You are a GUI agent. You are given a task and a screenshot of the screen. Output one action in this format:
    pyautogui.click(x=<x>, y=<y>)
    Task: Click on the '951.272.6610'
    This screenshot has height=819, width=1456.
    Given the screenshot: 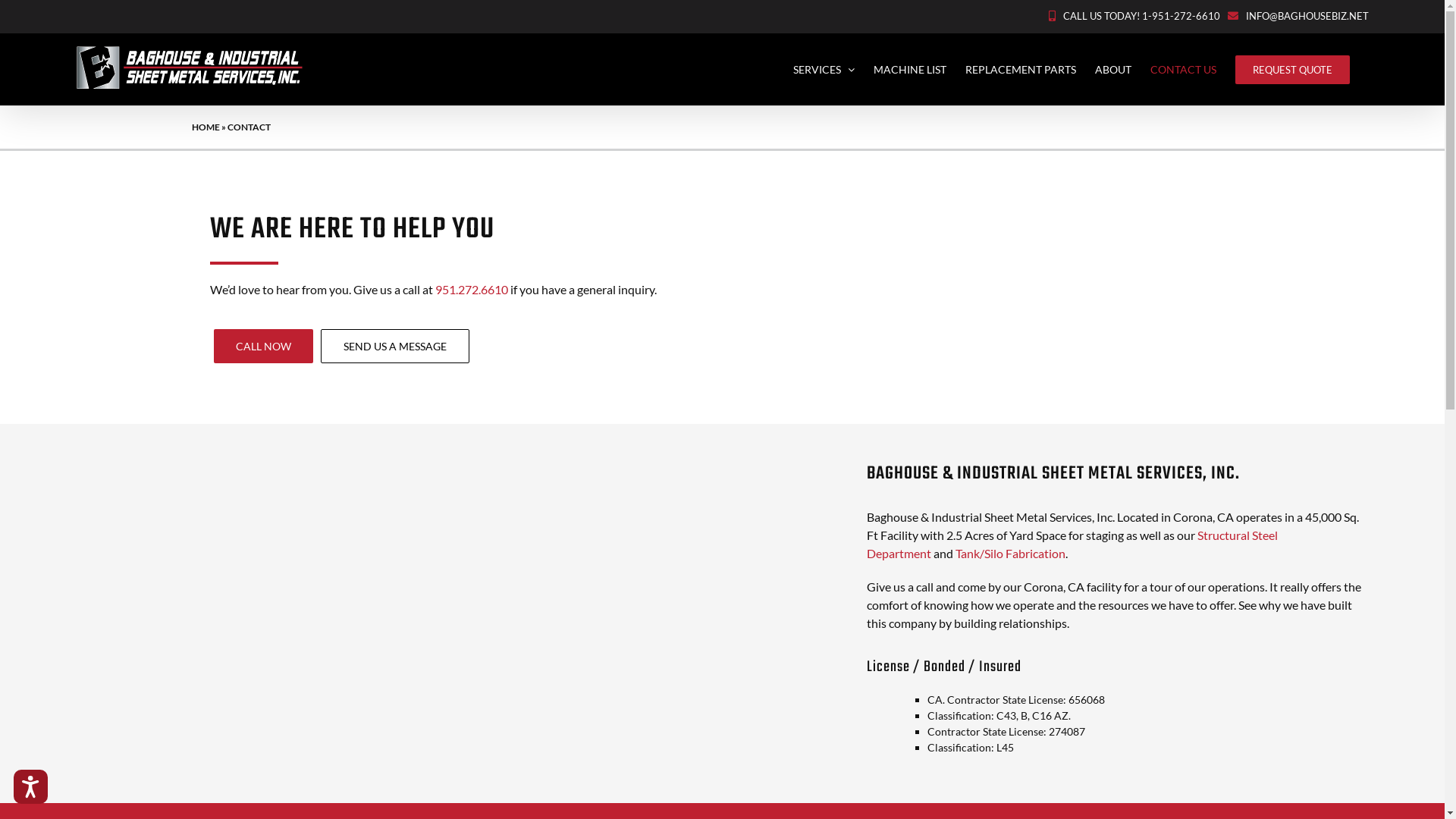 What is the action you would take?
    pyautogui.click(x=435, y=289)
    